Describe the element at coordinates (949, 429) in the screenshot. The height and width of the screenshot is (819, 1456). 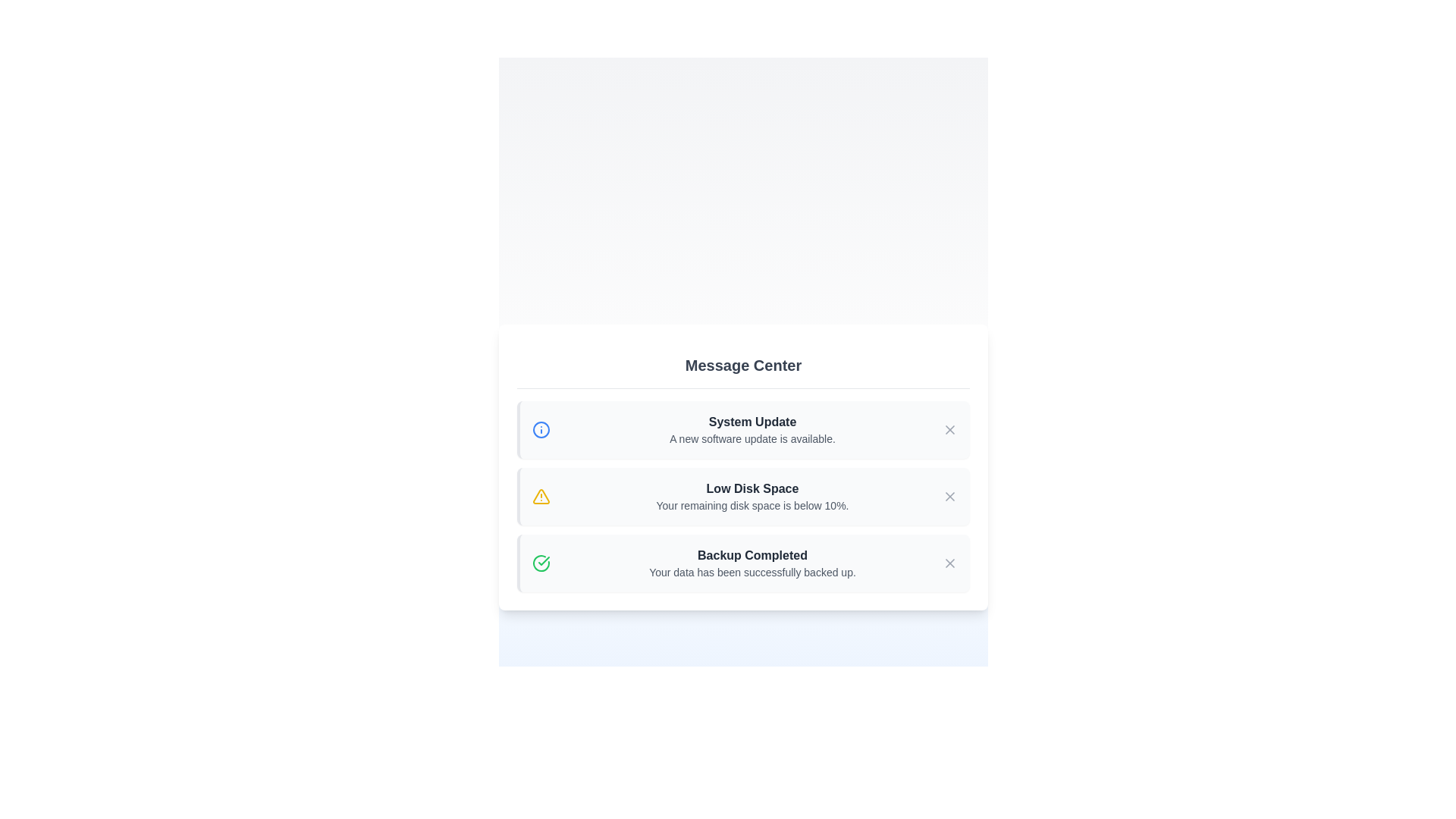
I see `the 'X' shaped button on the right side of the 'System Update' bar in the 'Message Center'` at that location.